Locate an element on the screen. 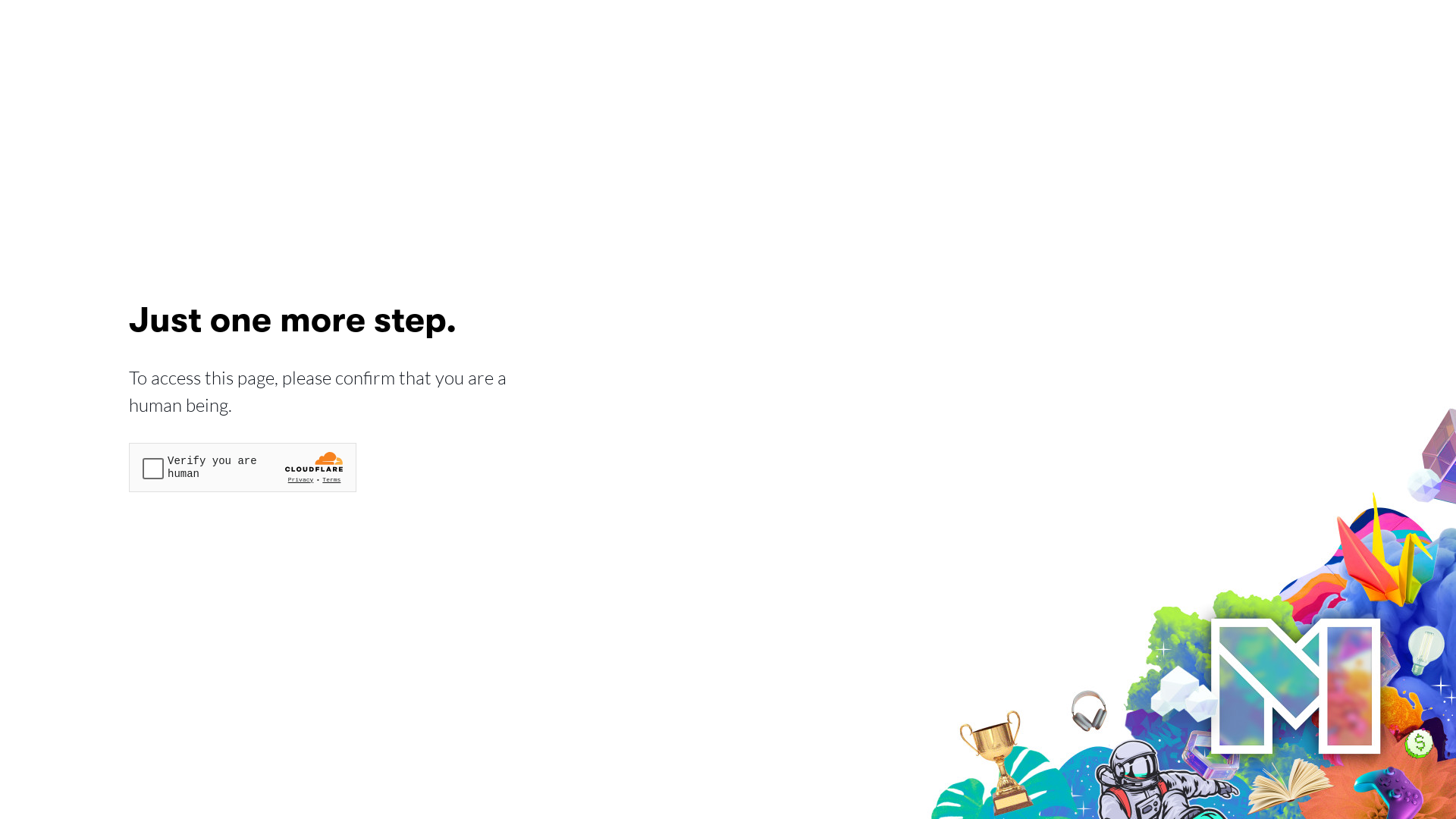  'Widget containing a Cloudflare security challenge' is located at coordinates (243, 466).